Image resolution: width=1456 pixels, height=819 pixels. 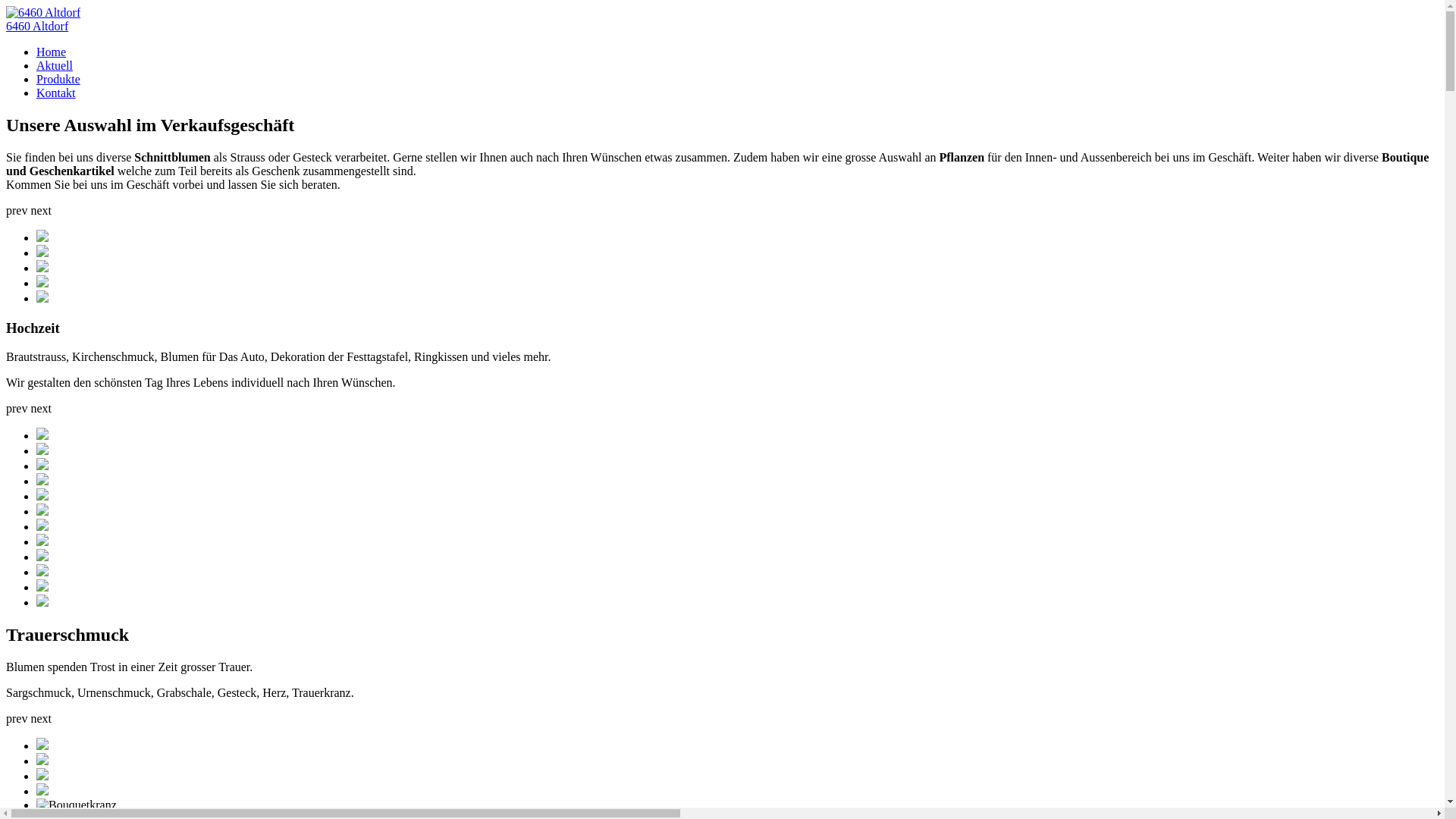 What do you see at coordinates (58, 79) in the screenshot?
I see `'Produkte'` at bounding box center [58, 79].